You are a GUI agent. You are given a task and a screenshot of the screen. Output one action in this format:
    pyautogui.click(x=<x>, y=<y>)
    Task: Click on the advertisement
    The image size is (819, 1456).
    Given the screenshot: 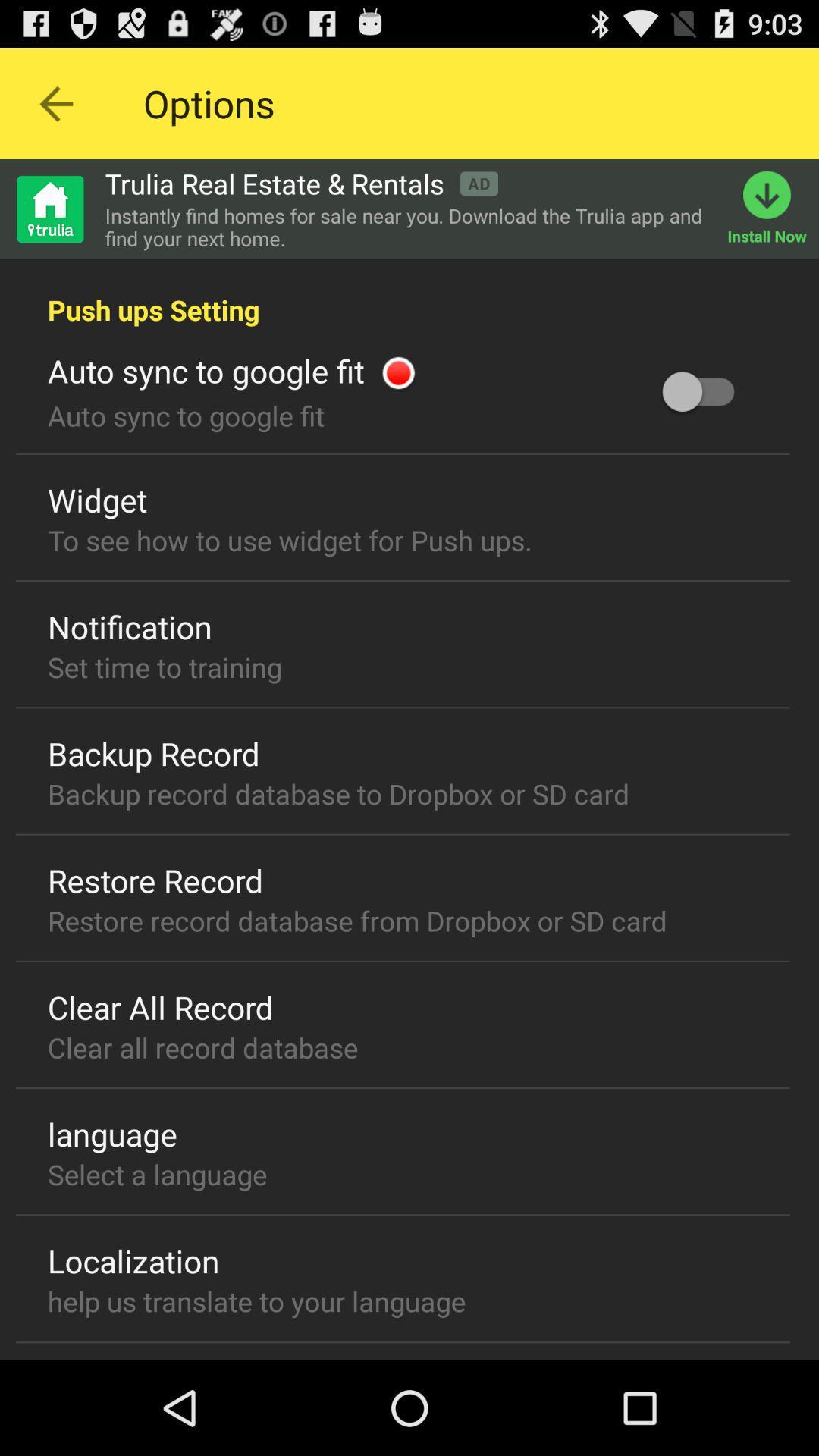 What is the action you would take?
    pyautogui.click(x=49, y=208)
    